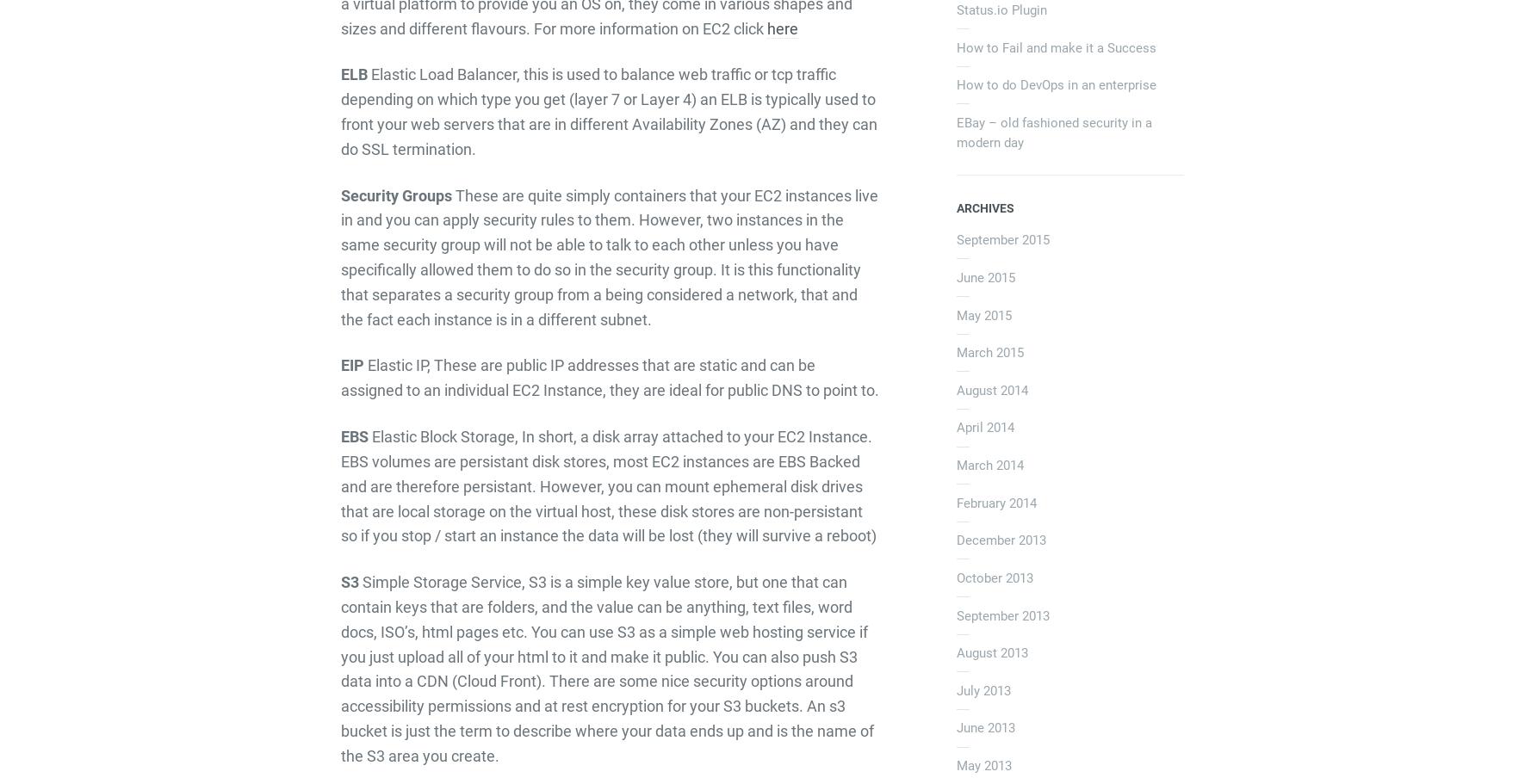  Describe the element at coordinates (989, 352) in the screenshot. I see `'March 2015'` at that location.